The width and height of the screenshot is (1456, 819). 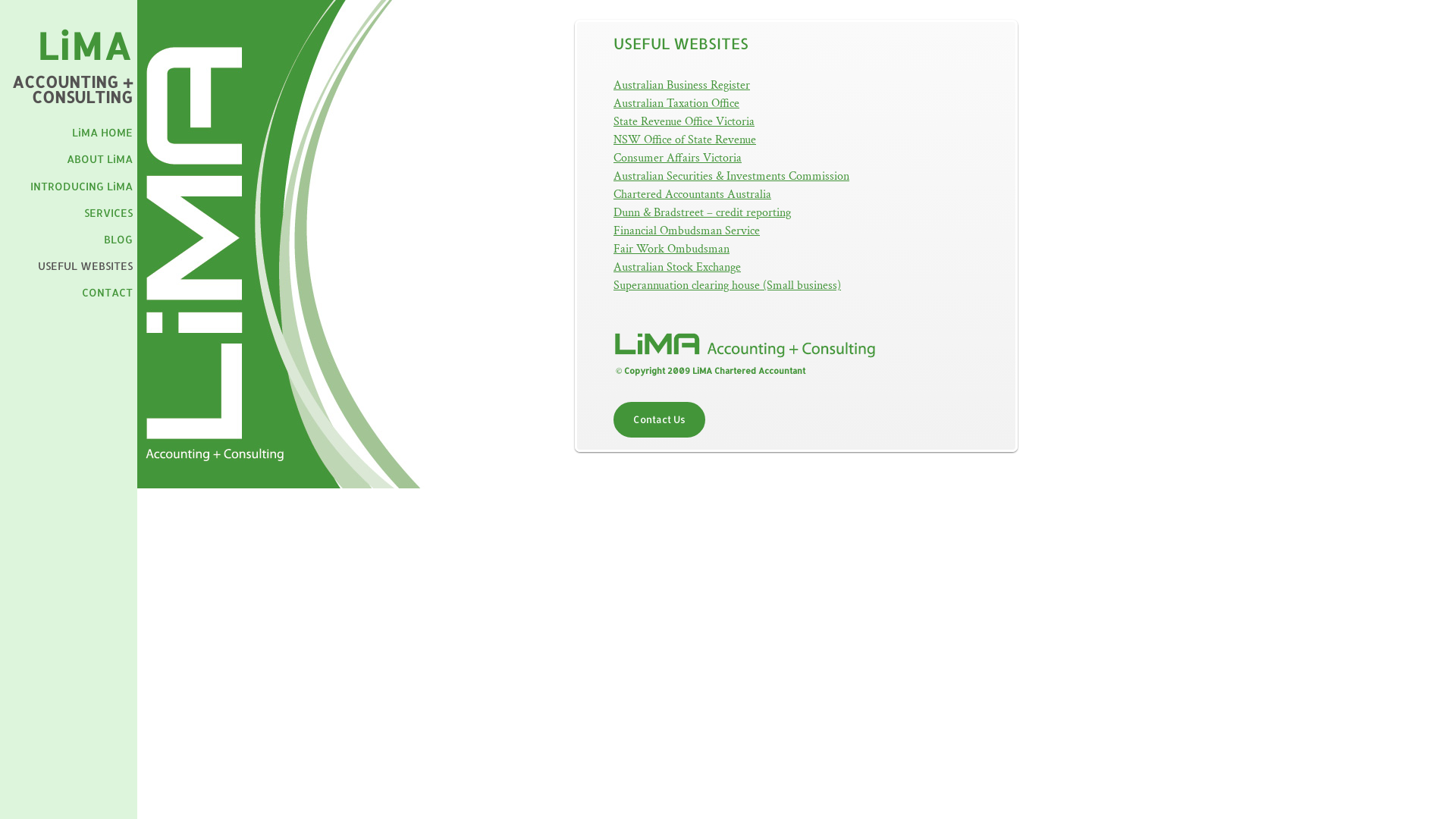 What do you see at coordinates (36, 45) in the screenshot?
I see `'LiMA'` at bounding box center [36, 45].